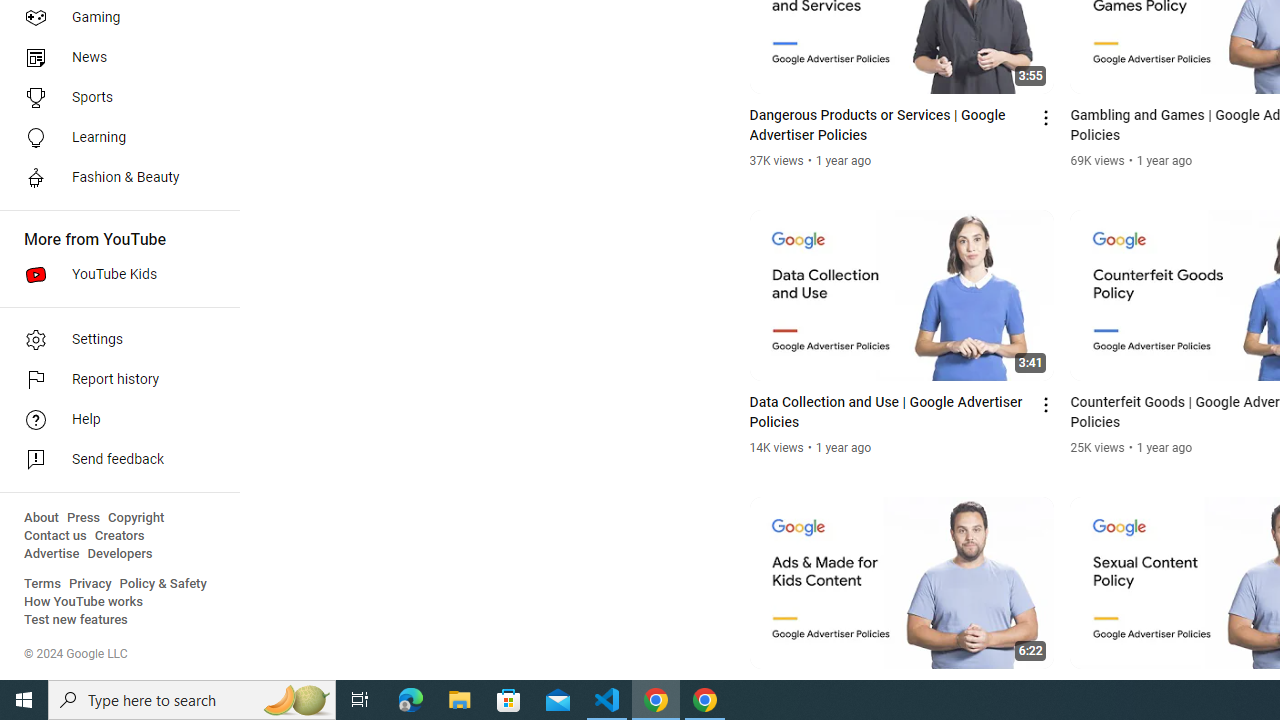 This screenshot has width=1280, height=720. Describe the element at coordinates (112, 380) in the screenshot. I see `'Report history'` at that location.